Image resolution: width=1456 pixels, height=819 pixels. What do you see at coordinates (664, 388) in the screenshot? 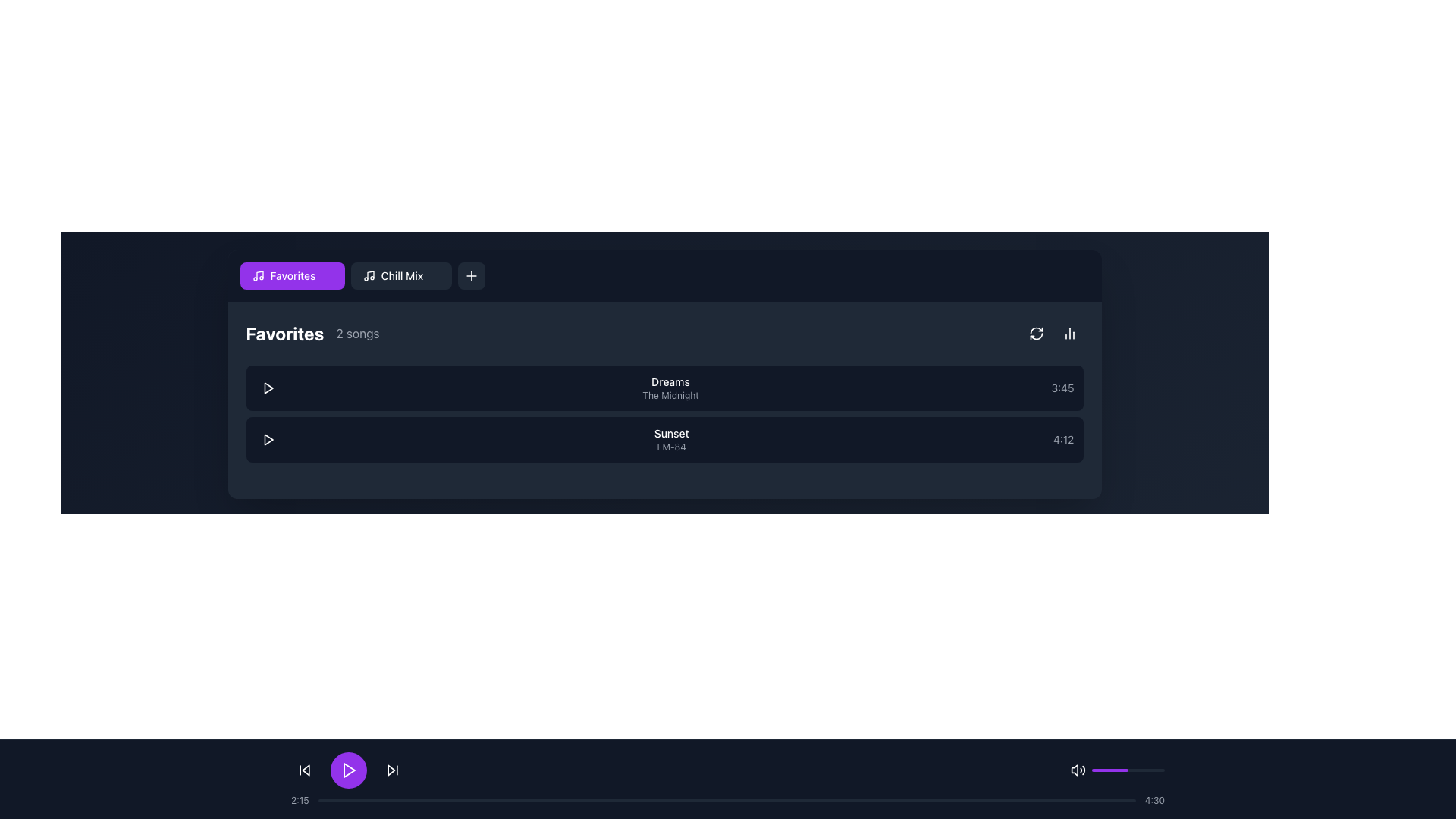
I see `the first list item for the song 'Dreams' by 'The Midnight'` at bounding box center [664, 388].